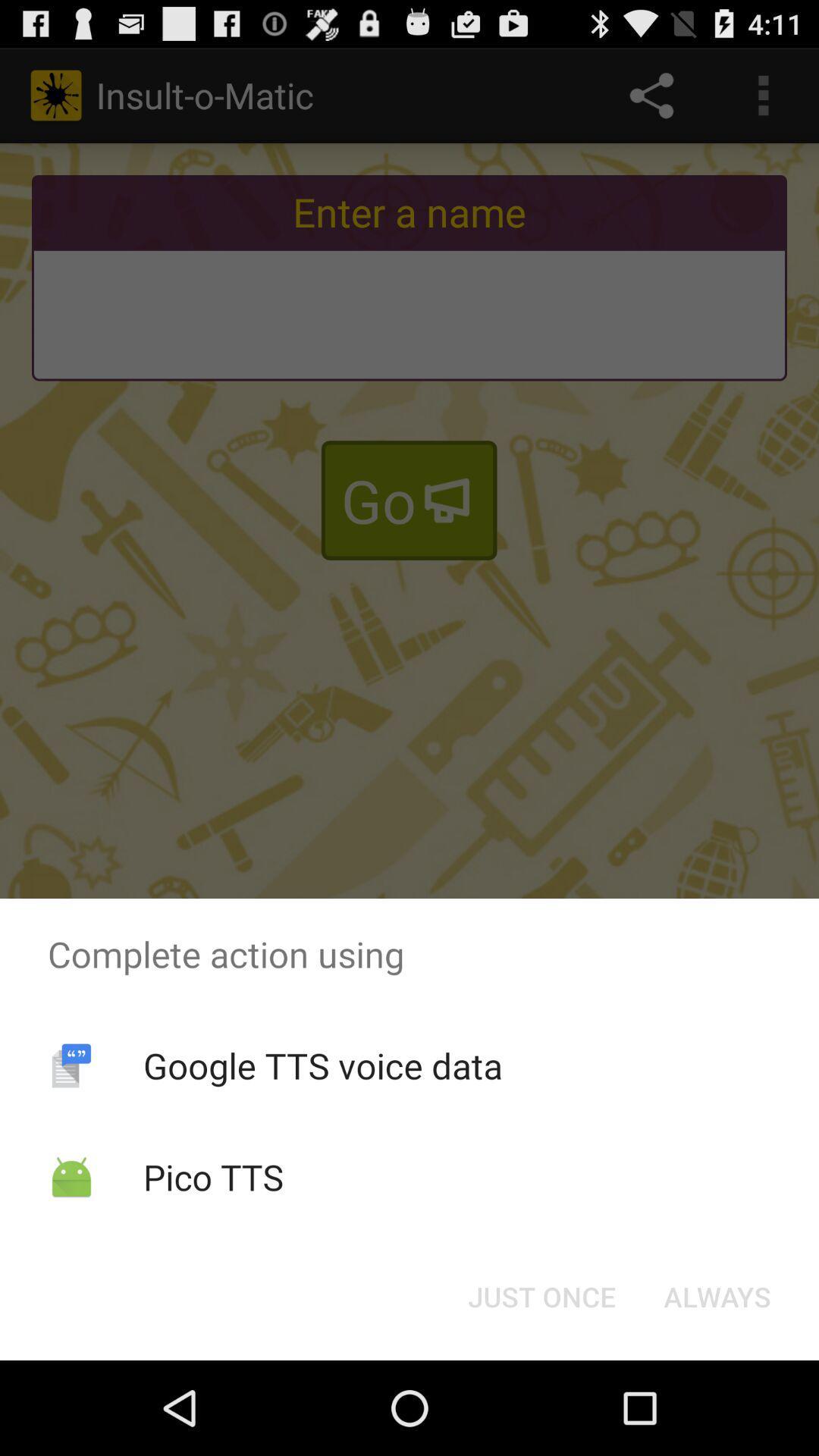 The image size is (819, 1456). What do you see at coordinates (541, 1295) in the screenshot?
I see `the just once button` at bounding box center [541, 1295].